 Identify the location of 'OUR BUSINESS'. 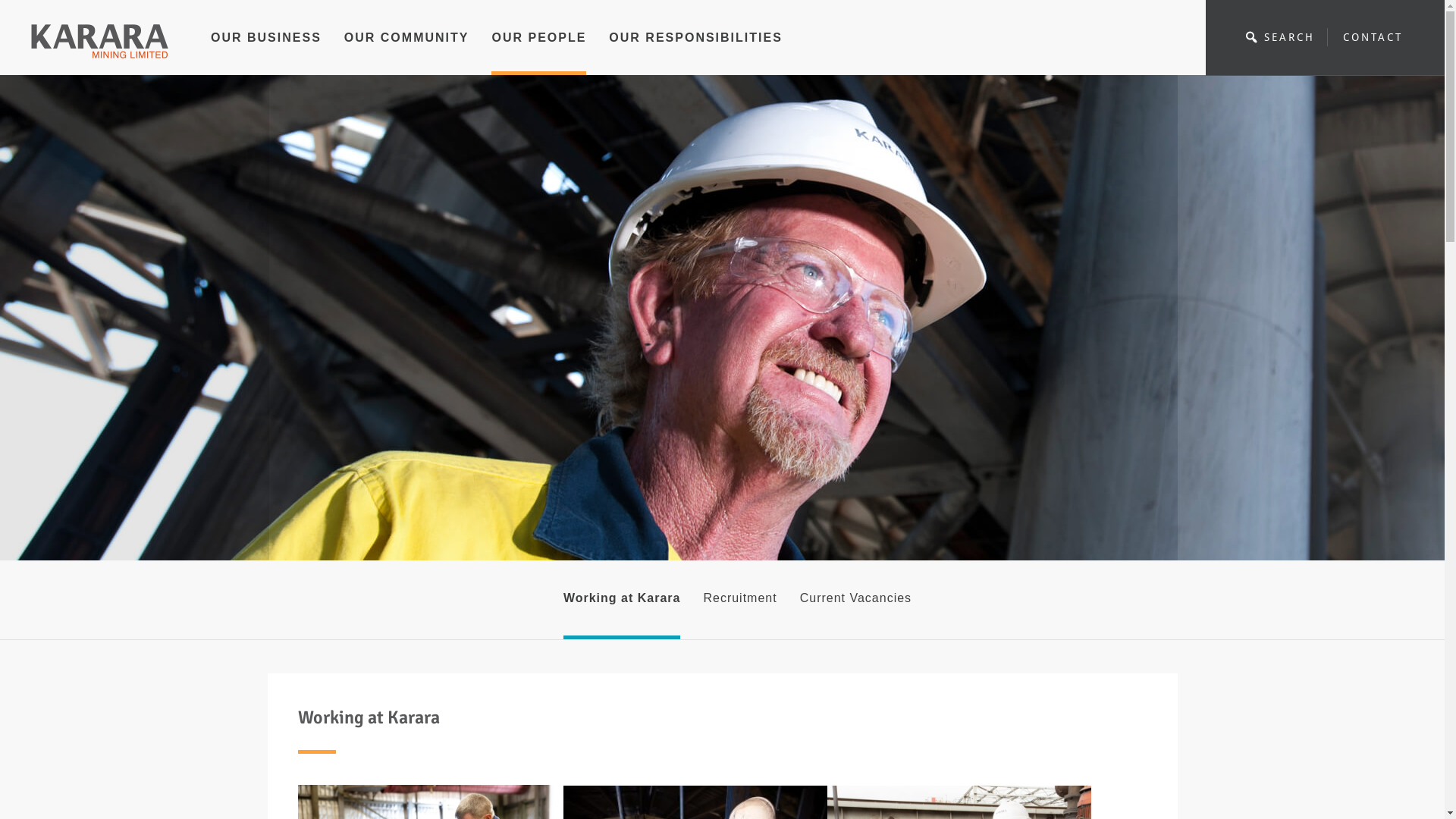
(210, 51).